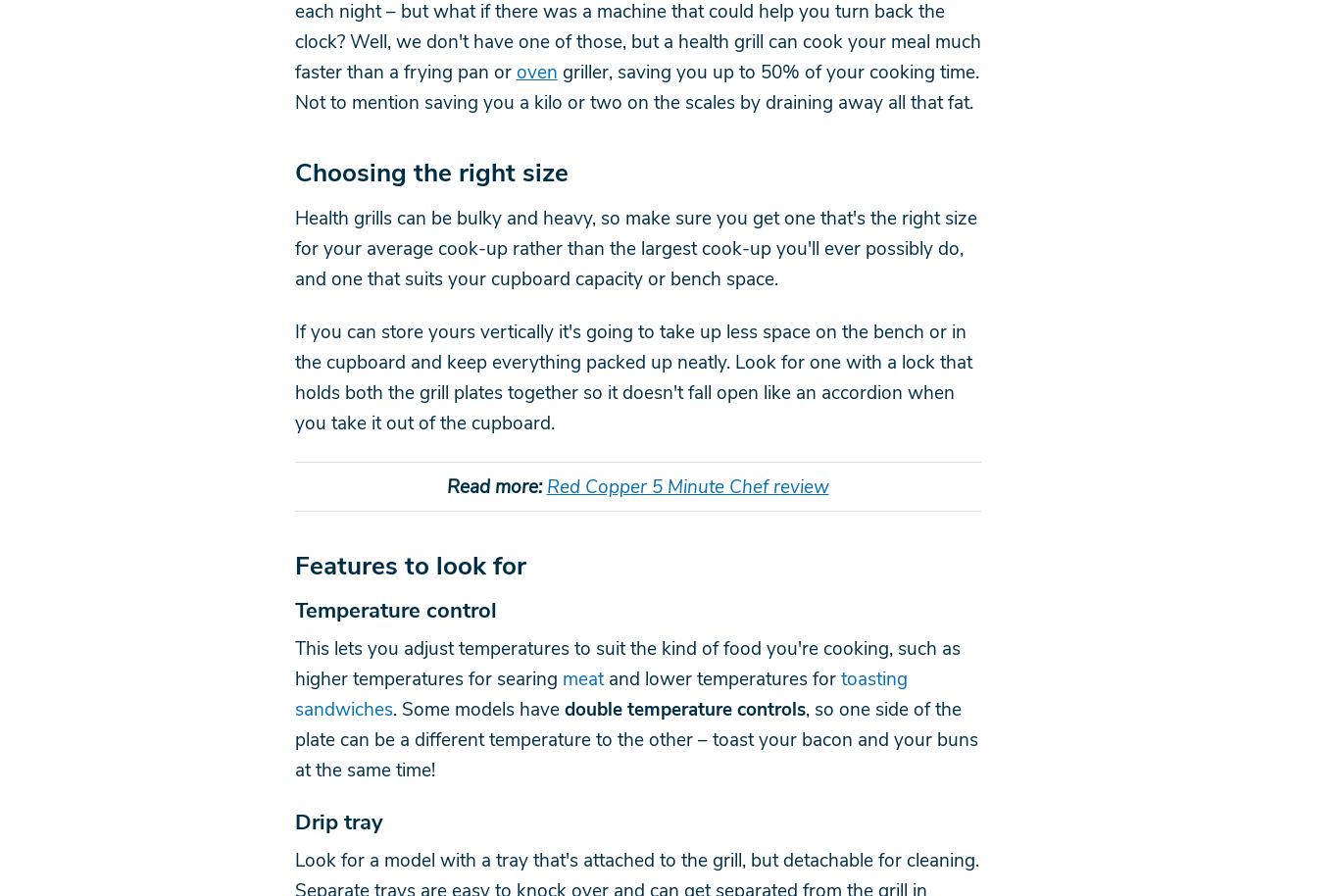  I want to click on 'Temperature control', so click(393, 609).